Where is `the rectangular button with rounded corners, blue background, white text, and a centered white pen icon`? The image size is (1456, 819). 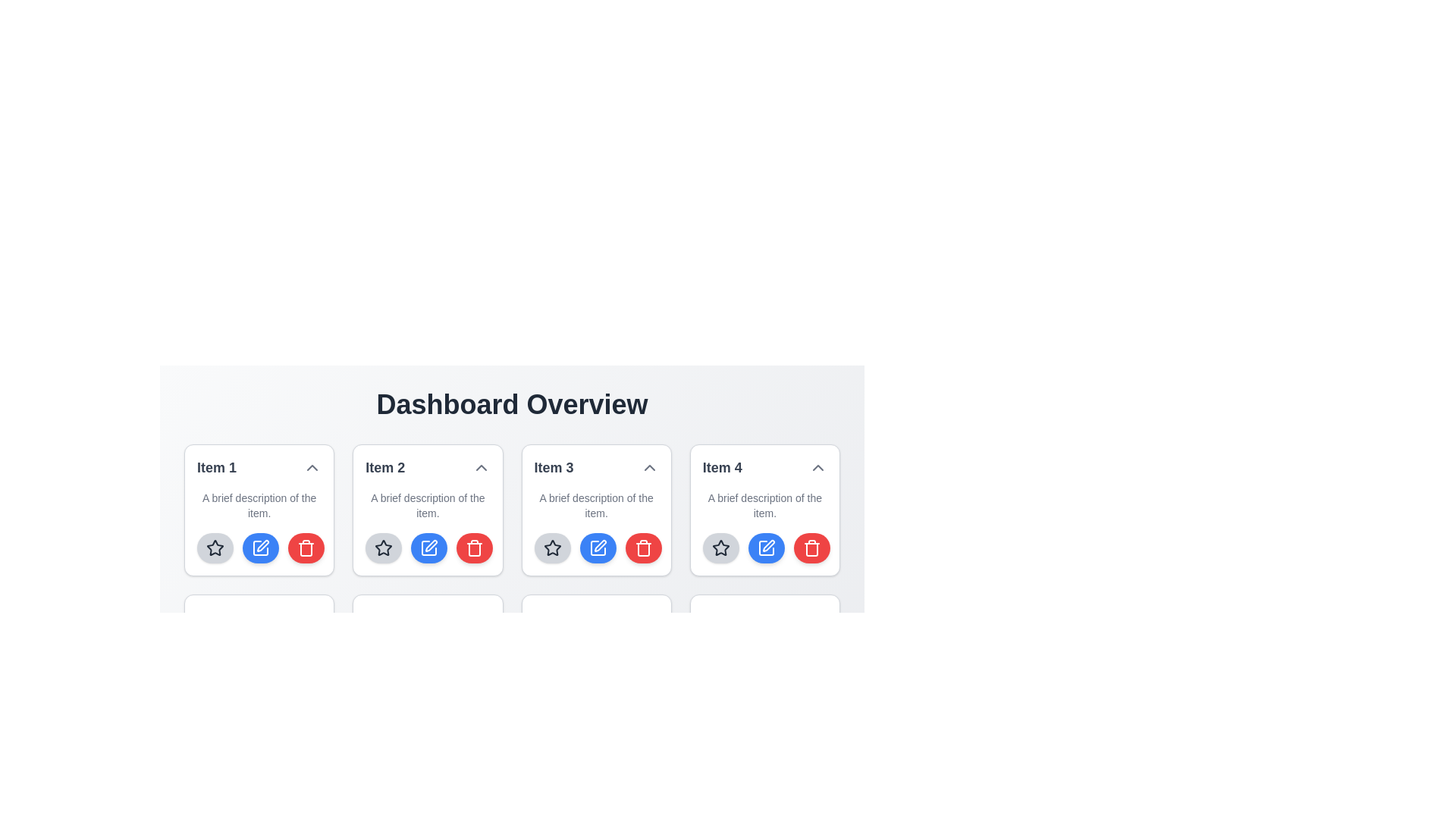 the rectangular button with rounded corners, blue background, white text, and a centered white pen icon is located at coordinates (766, 698).